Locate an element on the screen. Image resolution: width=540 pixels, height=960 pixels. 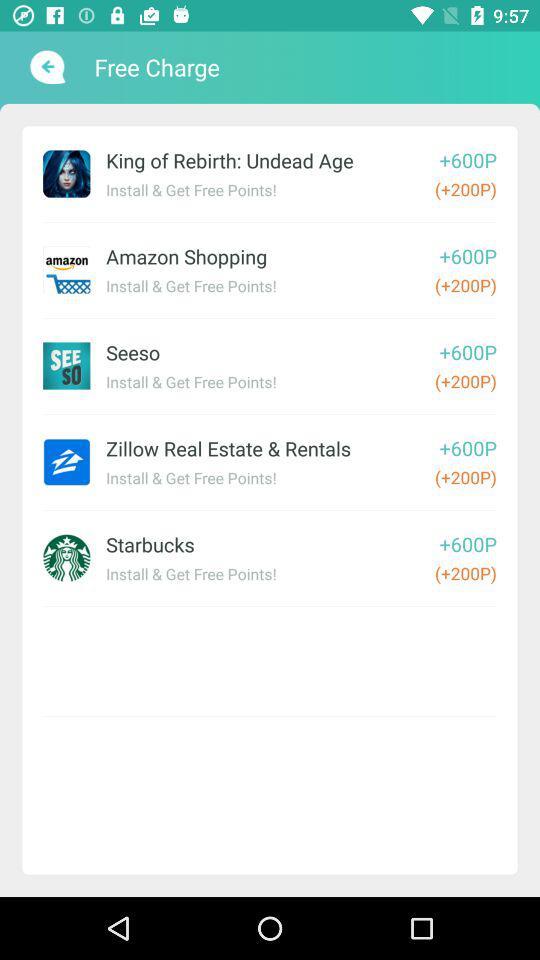
the arrow_backward icon is located at coordinates (45, 67).